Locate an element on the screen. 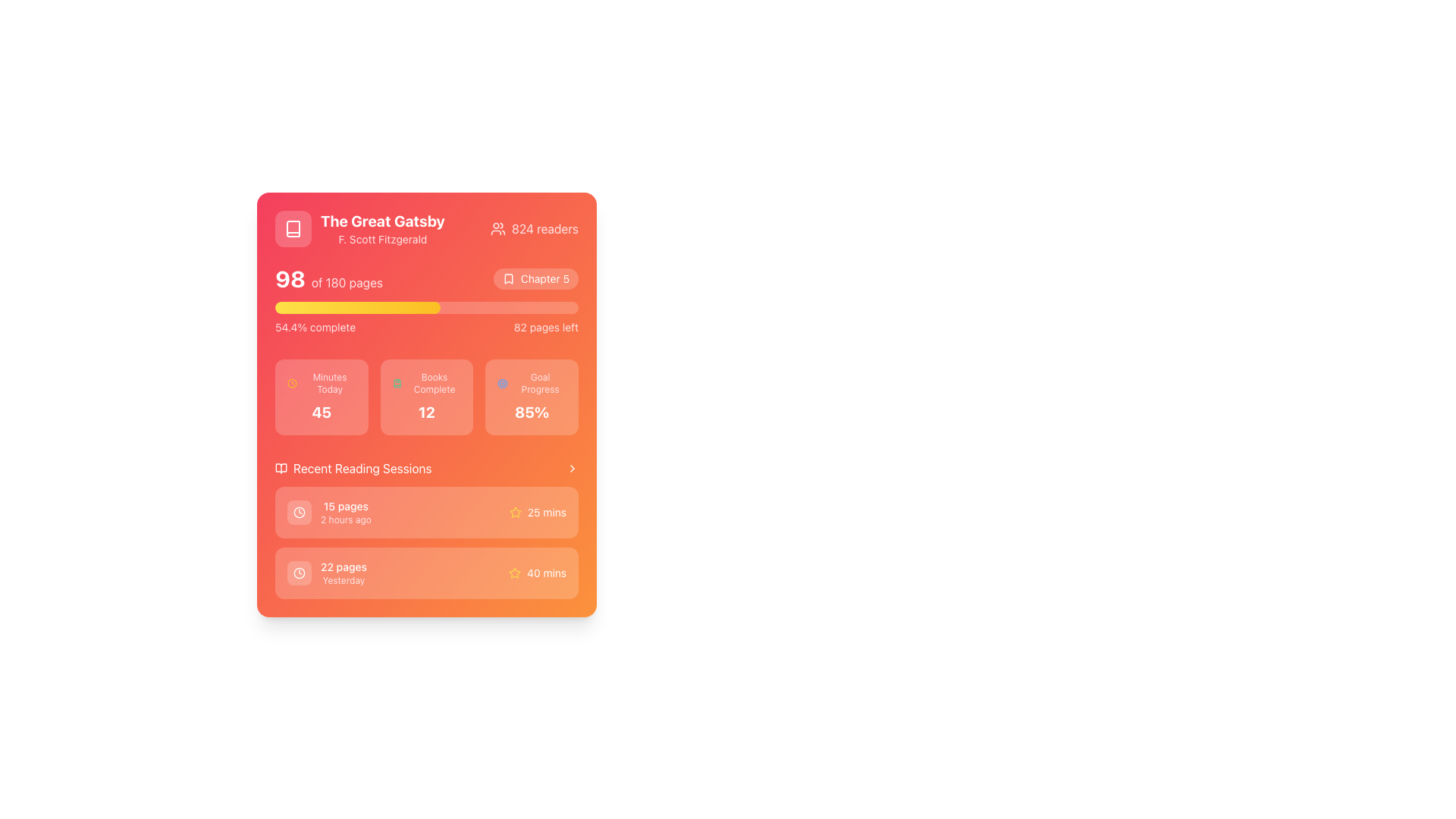 This screenshot has height=819, width=1456. the Text label displaying the total number associated with the 'Books Complete' statistic, positioned beneath the descriptive text and adjacent to the green book icon is located at coordinates (425, 412).